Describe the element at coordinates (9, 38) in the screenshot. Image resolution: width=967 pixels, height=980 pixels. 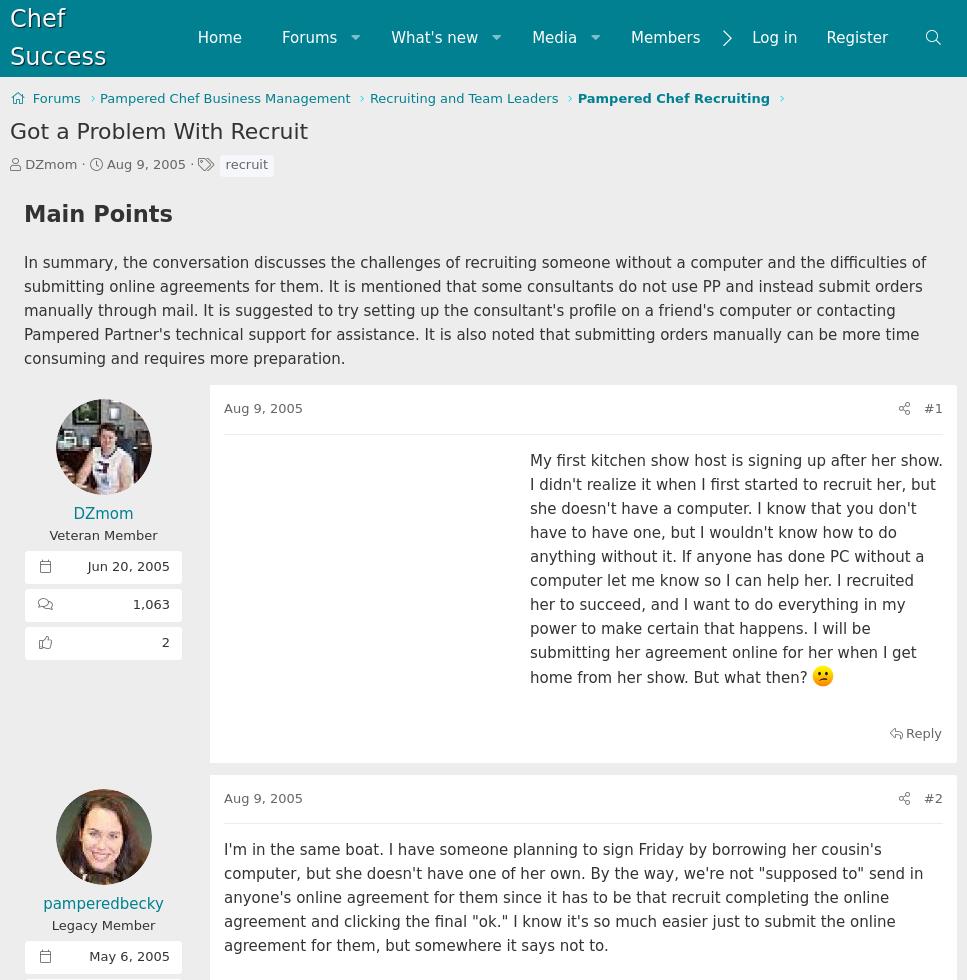
I see `'Chef Success'` at that location.